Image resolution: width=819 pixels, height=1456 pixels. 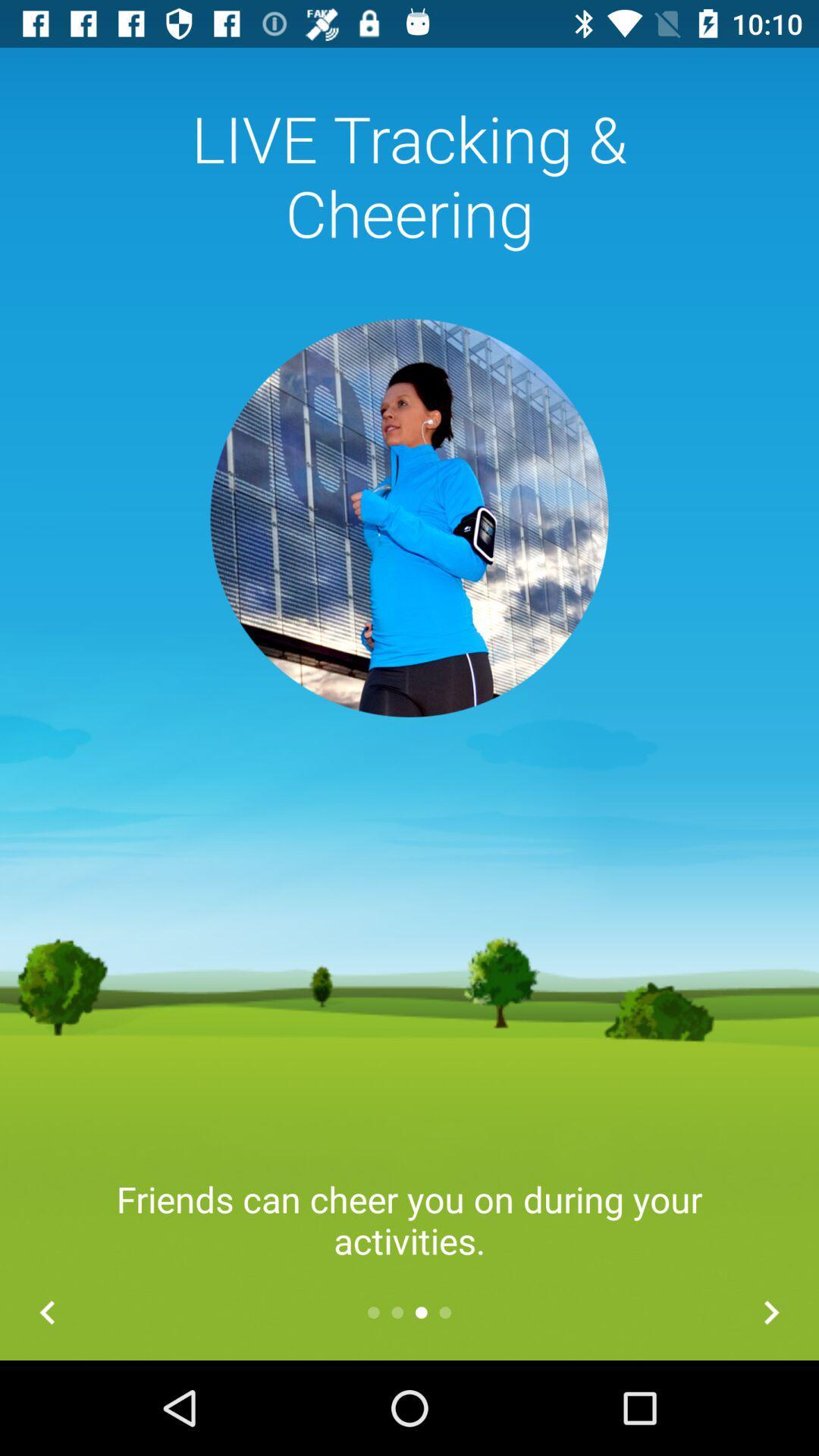 I want to click on the arrow_backward icon, so click(x=46, y=1312).